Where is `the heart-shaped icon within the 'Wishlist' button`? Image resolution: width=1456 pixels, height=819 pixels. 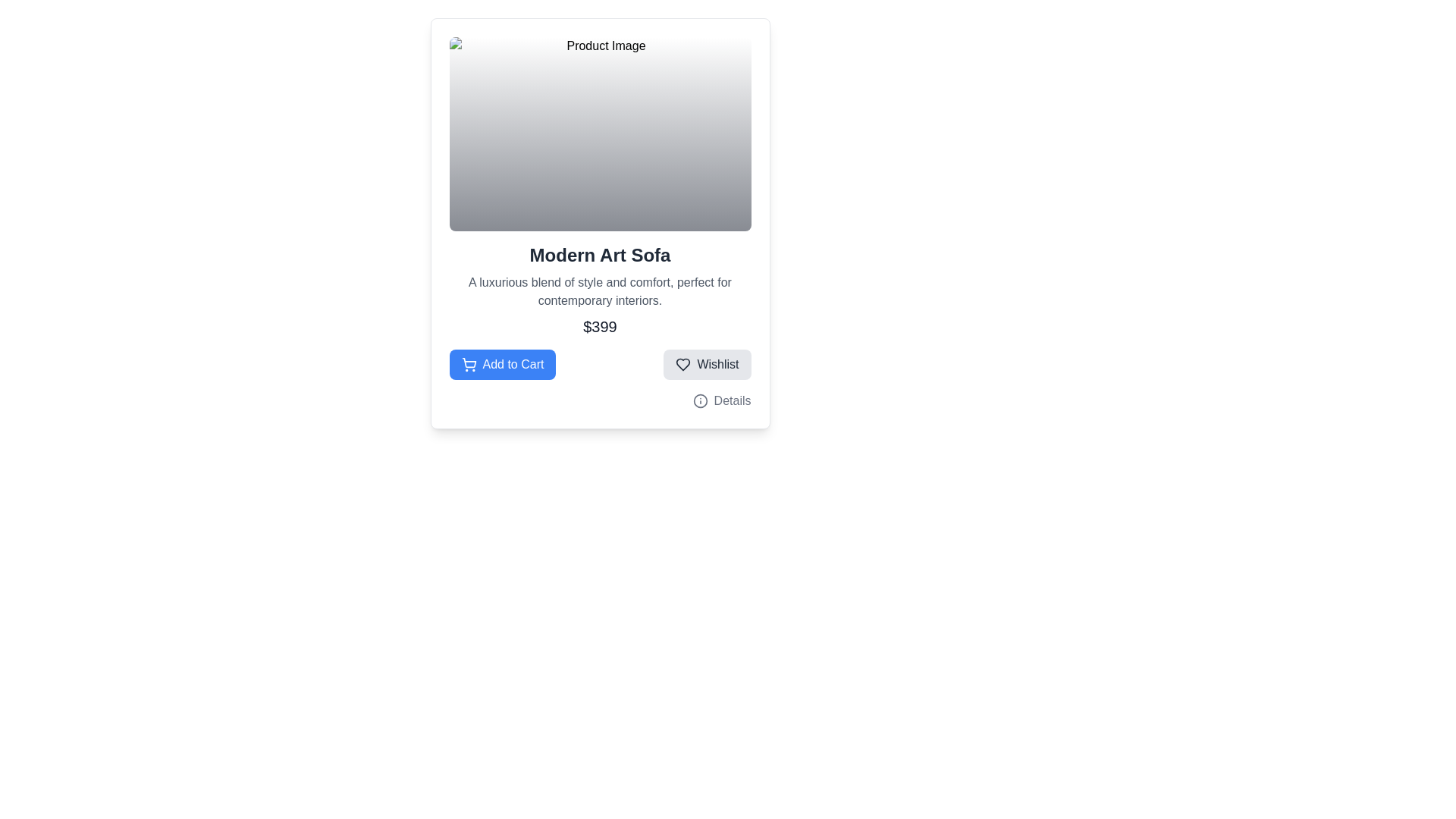
the heart-shaped icon within the 'Wishlist' button is located at coordinates (682, 365).